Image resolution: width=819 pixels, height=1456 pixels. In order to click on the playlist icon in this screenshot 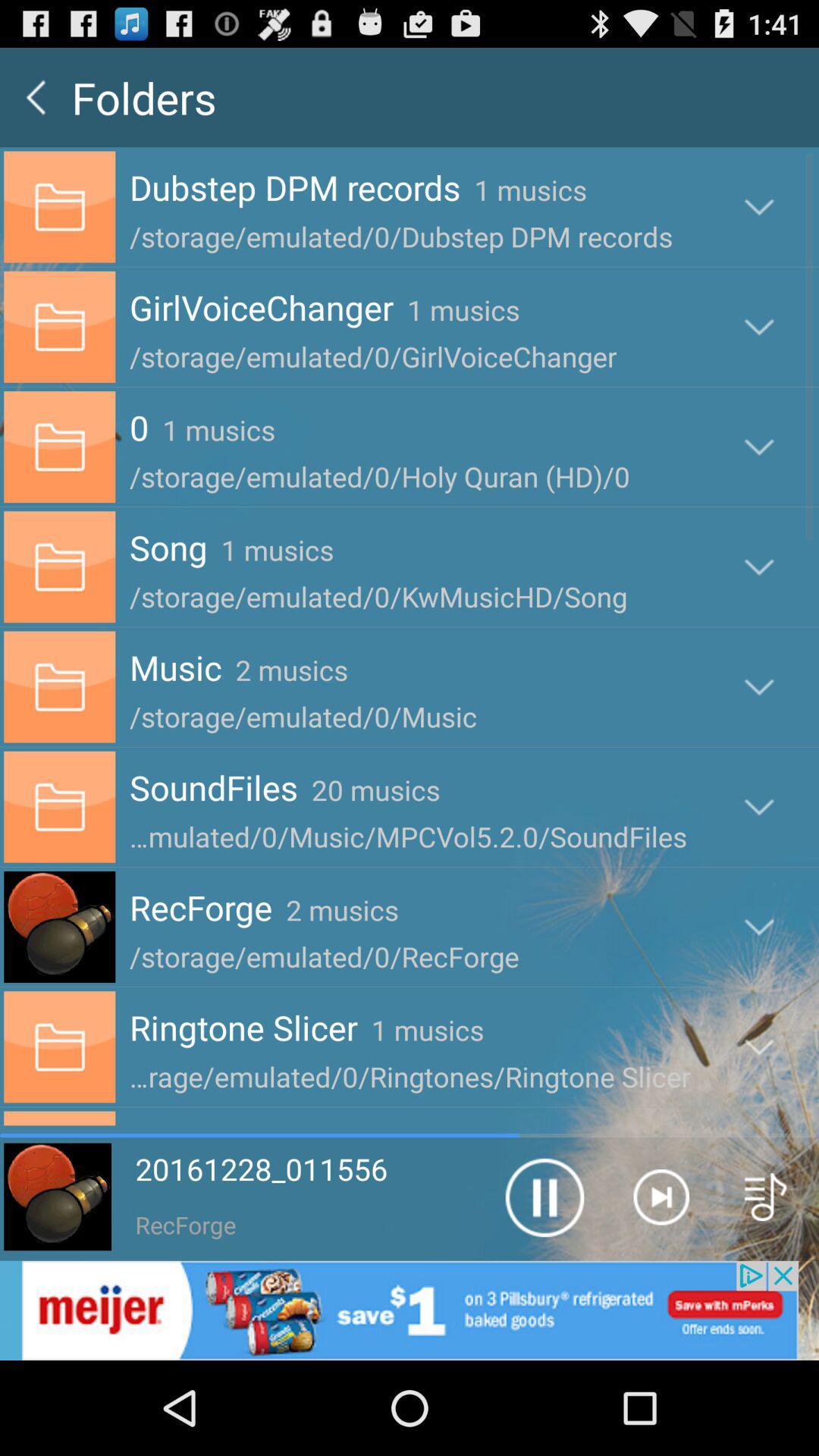, I will do `click(766, 1280)`.